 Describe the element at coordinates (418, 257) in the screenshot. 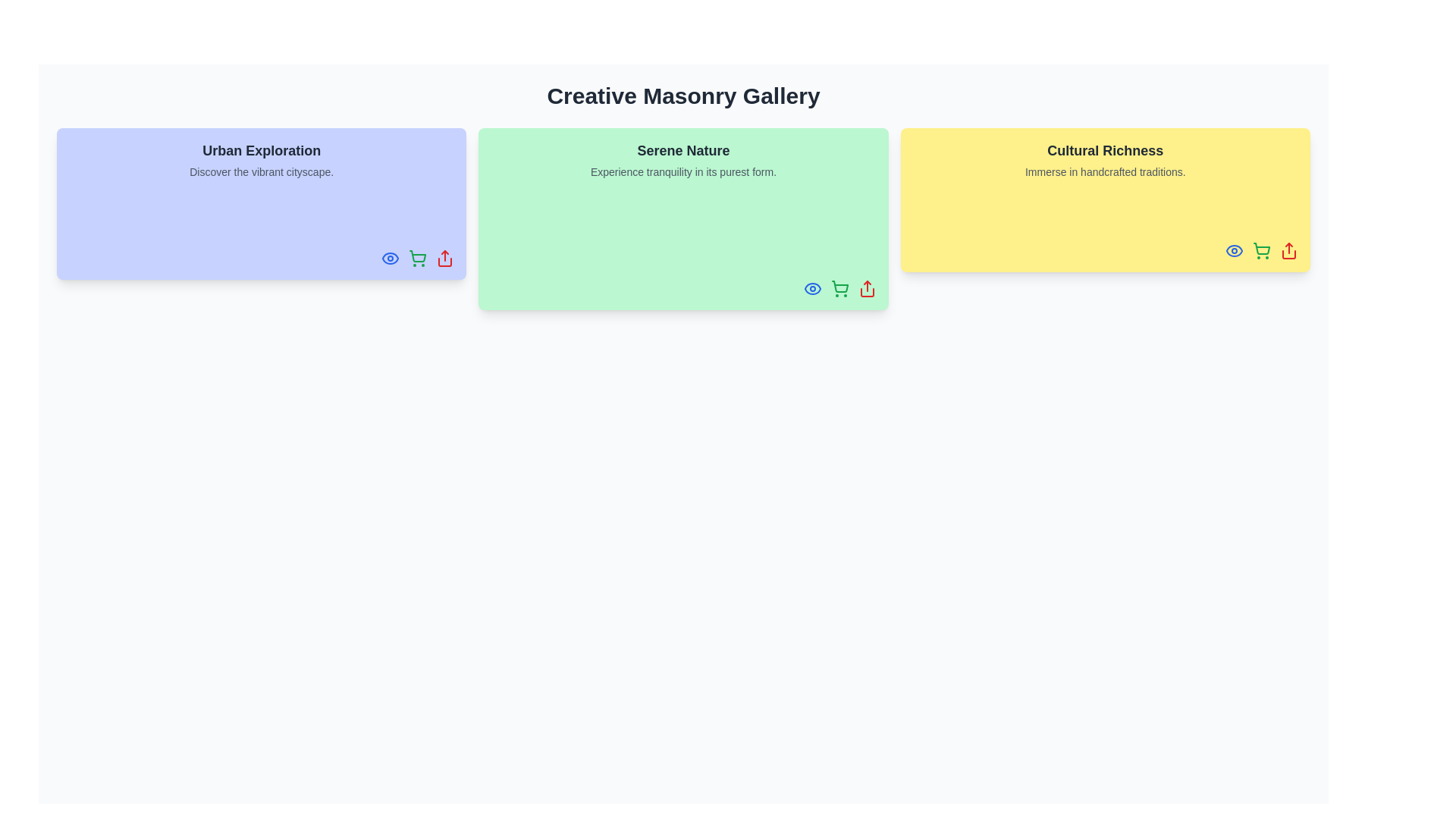

I see `the green shopping cart icon located in the bottom-right corner of the 'Urban Exploration' card` at that location.